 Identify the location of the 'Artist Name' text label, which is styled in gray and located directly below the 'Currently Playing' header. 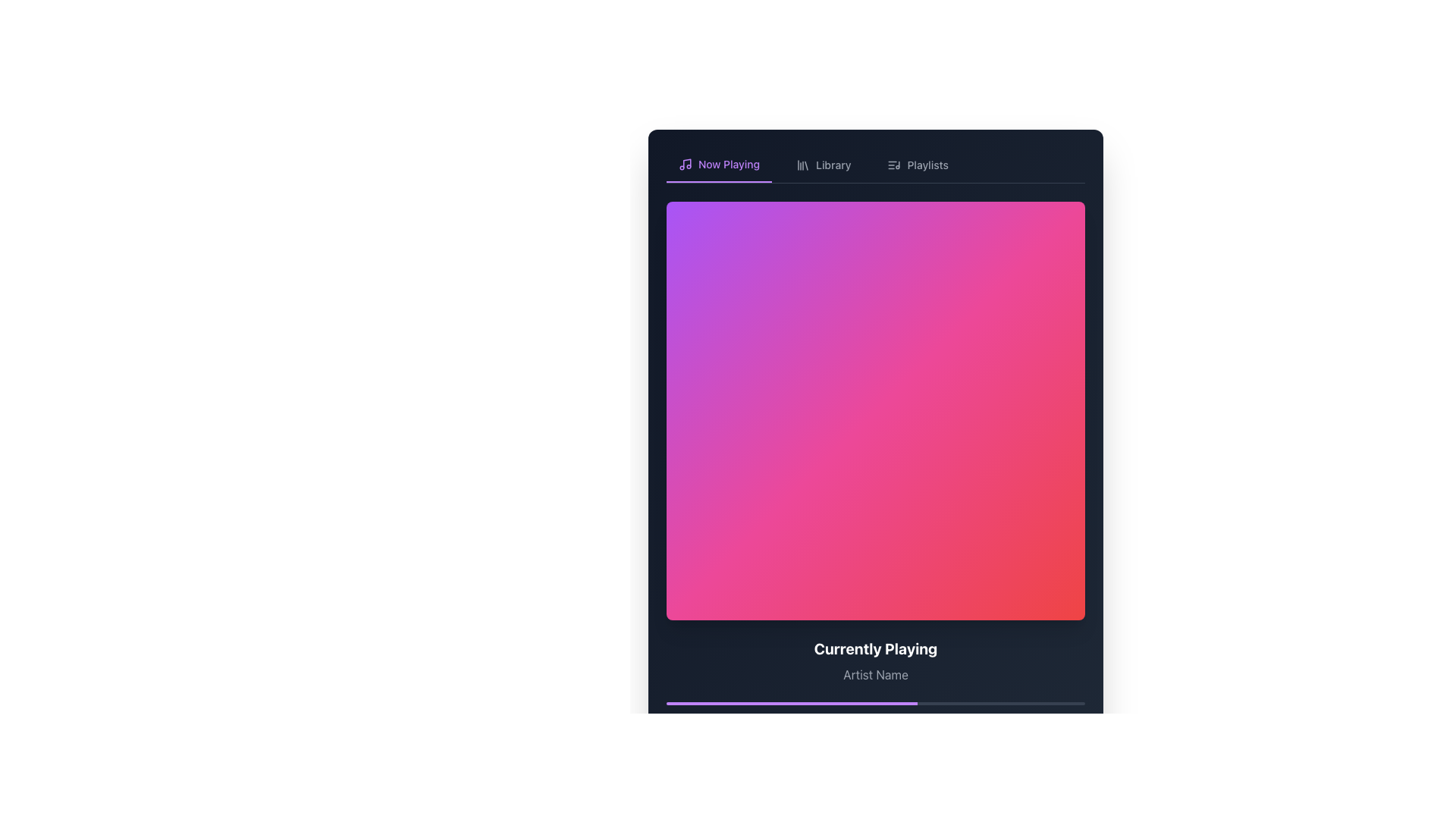
(876, 674).